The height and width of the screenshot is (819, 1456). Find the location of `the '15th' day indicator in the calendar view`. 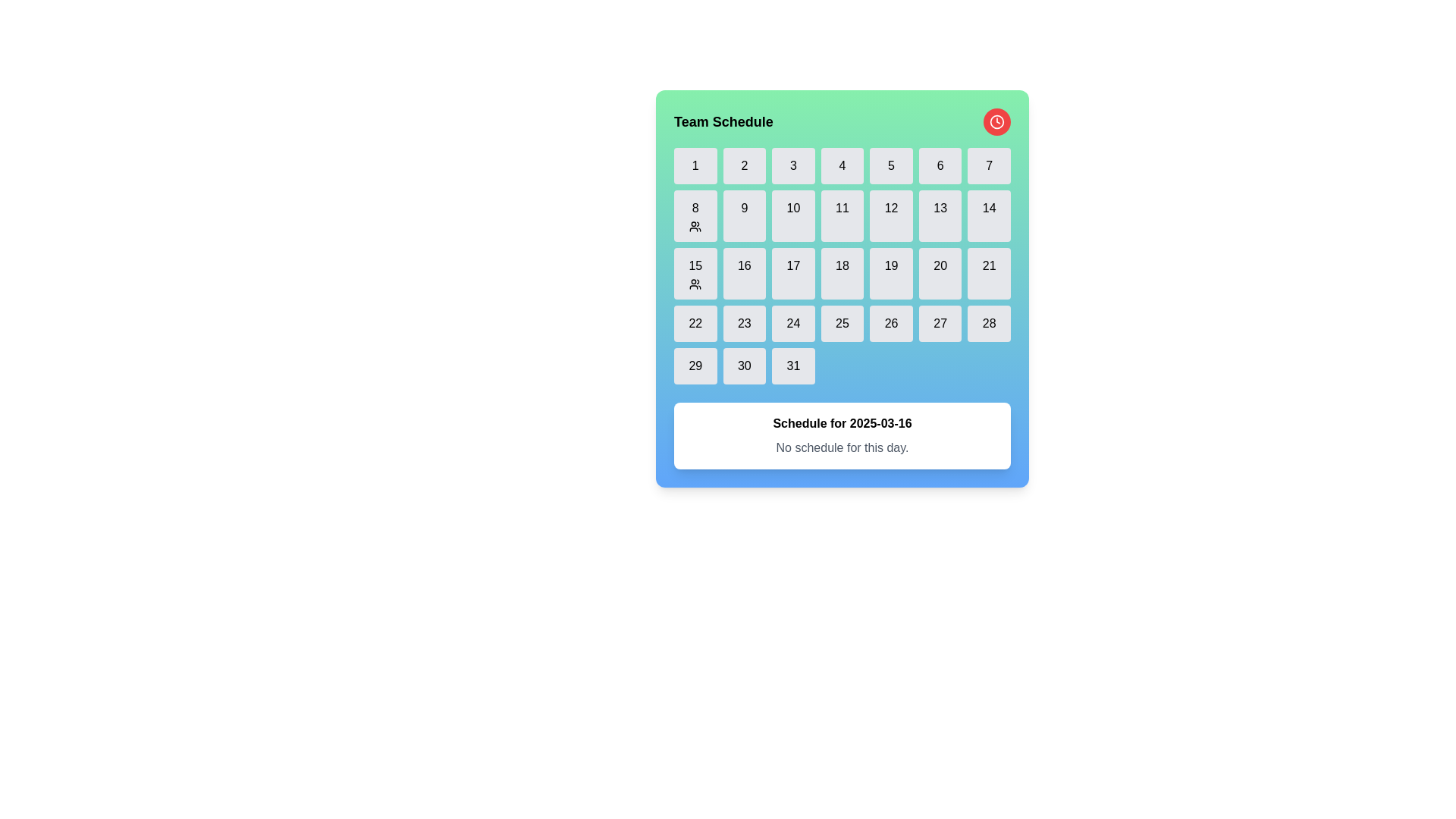

the '15th' day indicator in the calendar view is located at coordinates (695, 265).